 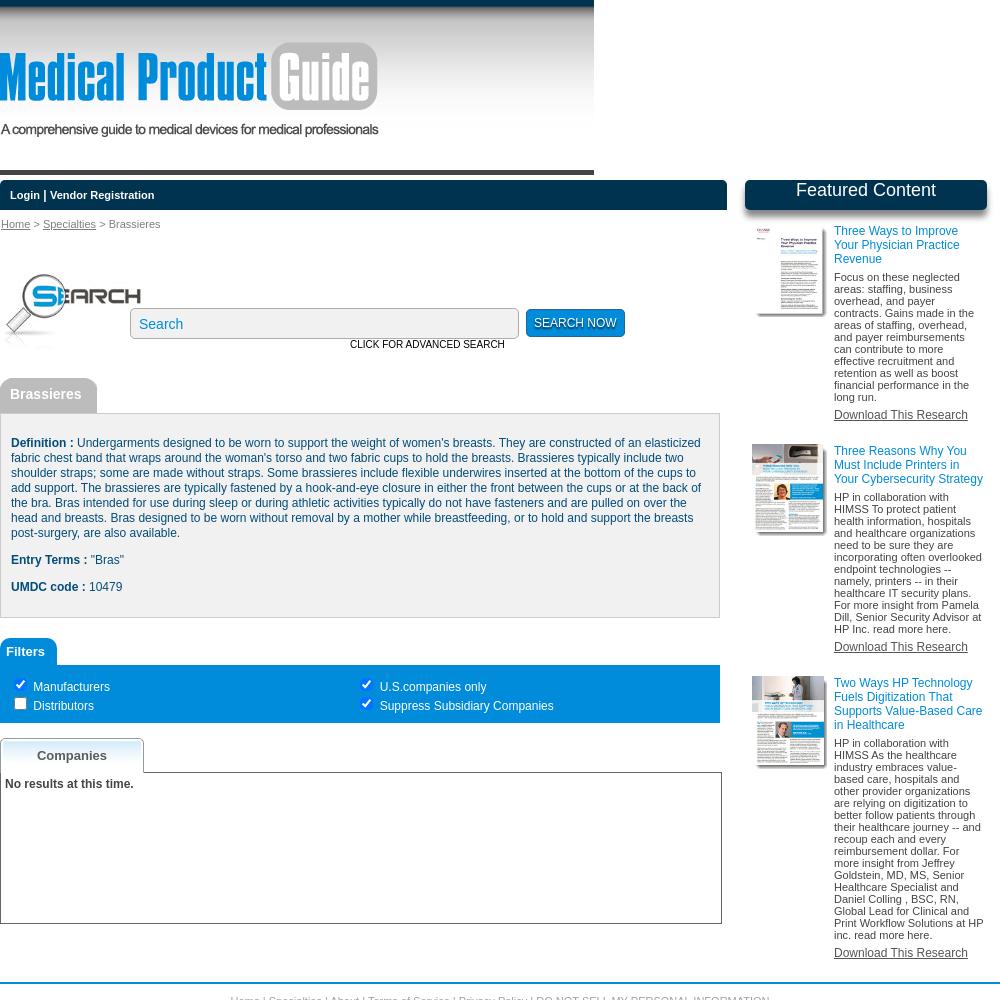 What do you see at coordinates (68, 784) in the screenshot?
I see `'No results at this  time.'` at bounding box center [68, 784].